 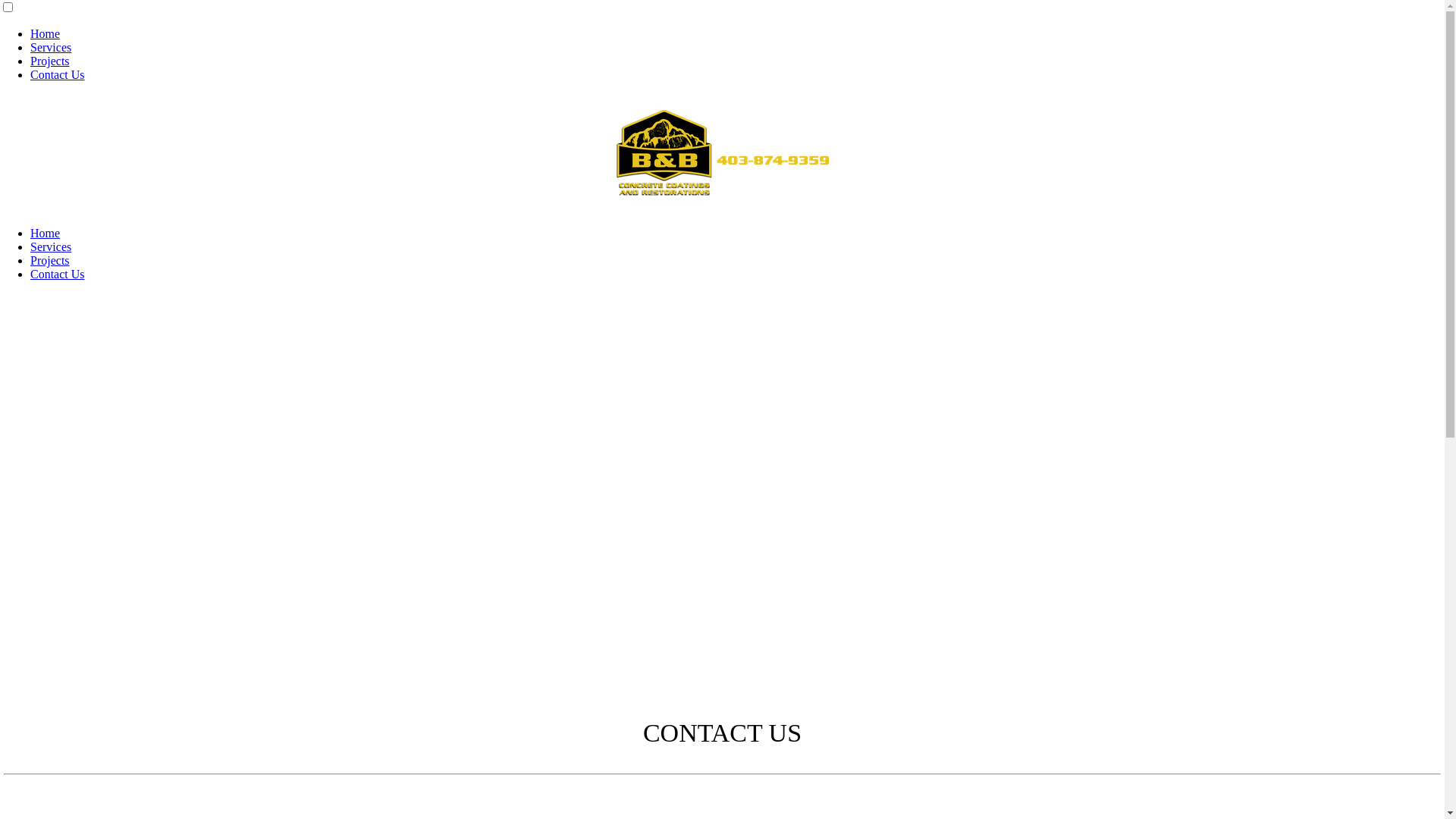 I want to click on 'Contact Us', so click(x=58, y=274).